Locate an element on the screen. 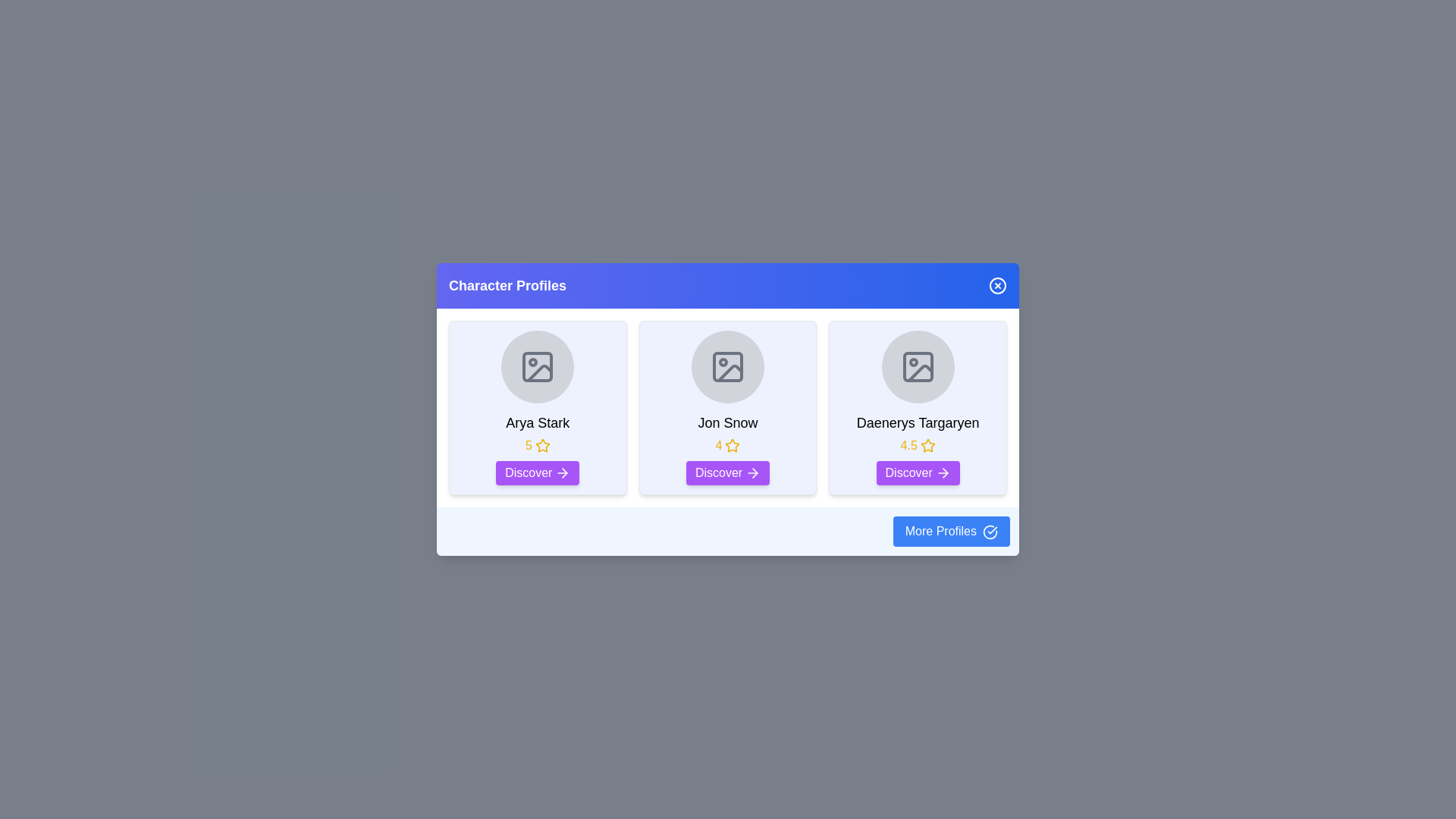 Image resolution: width=1456 pixels, height=819 pixels. the star representing the rating of the character Daenerys Targaryen is located at coordinates (916, 444).